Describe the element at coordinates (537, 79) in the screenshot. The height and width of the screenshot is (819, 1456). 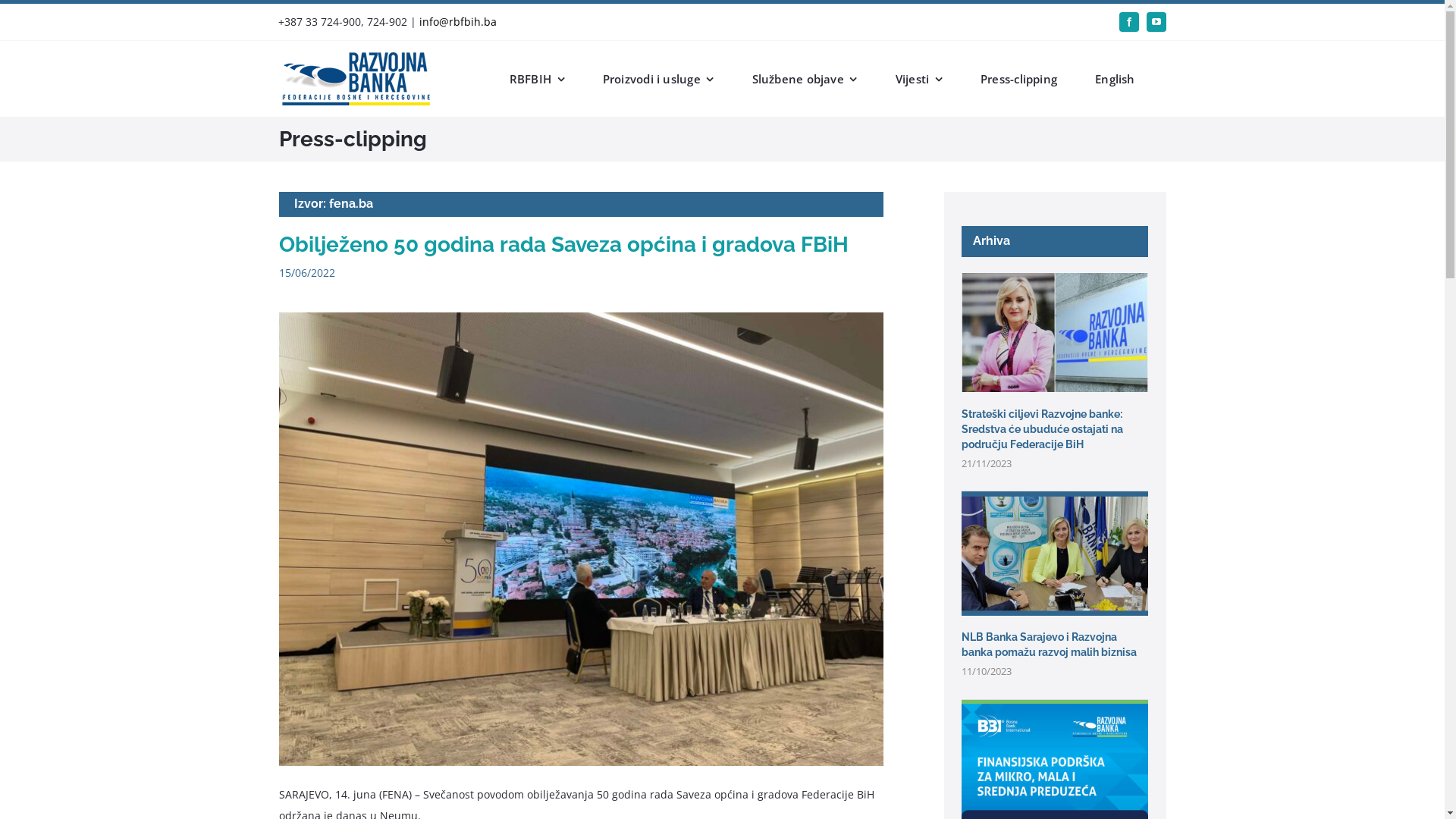
I see `'RBFBIH'` at that location.